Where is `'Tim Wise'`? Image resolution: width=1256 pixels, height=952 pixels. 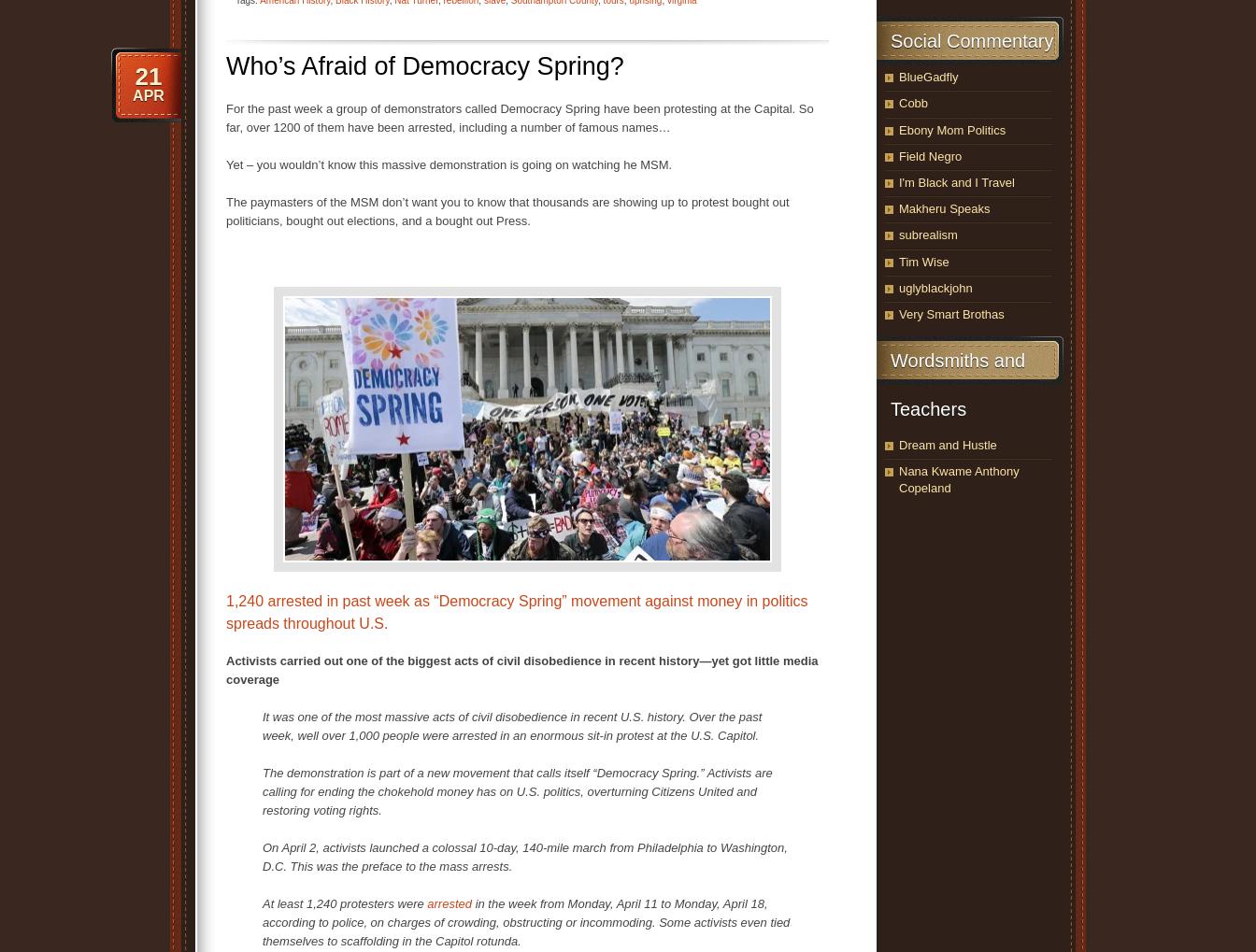 'Tim Wise' is located at coordinates (923, 260).